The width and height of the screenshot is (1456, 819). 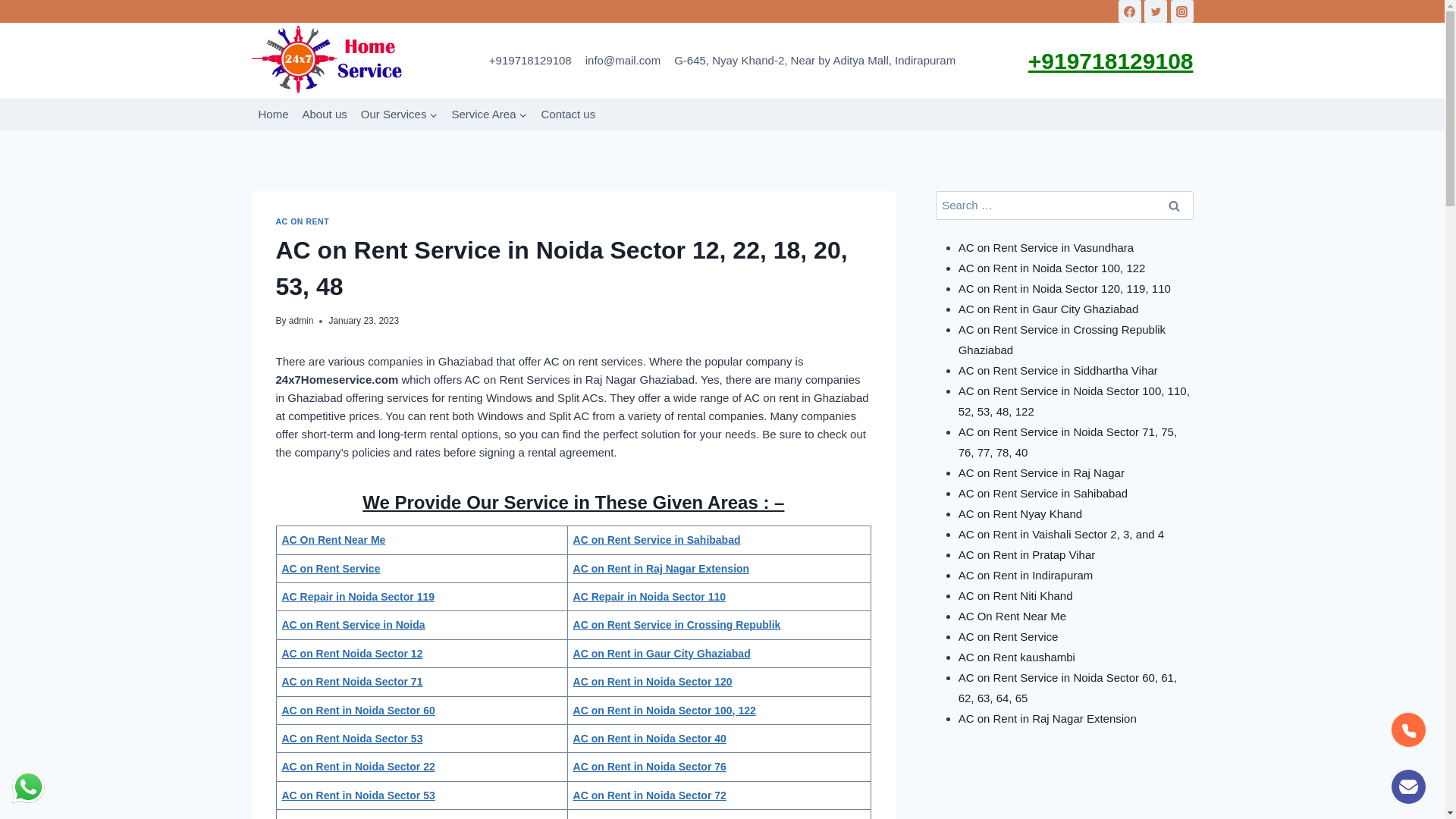 I want to click on 'Contact us', so click(x=566, y=113).